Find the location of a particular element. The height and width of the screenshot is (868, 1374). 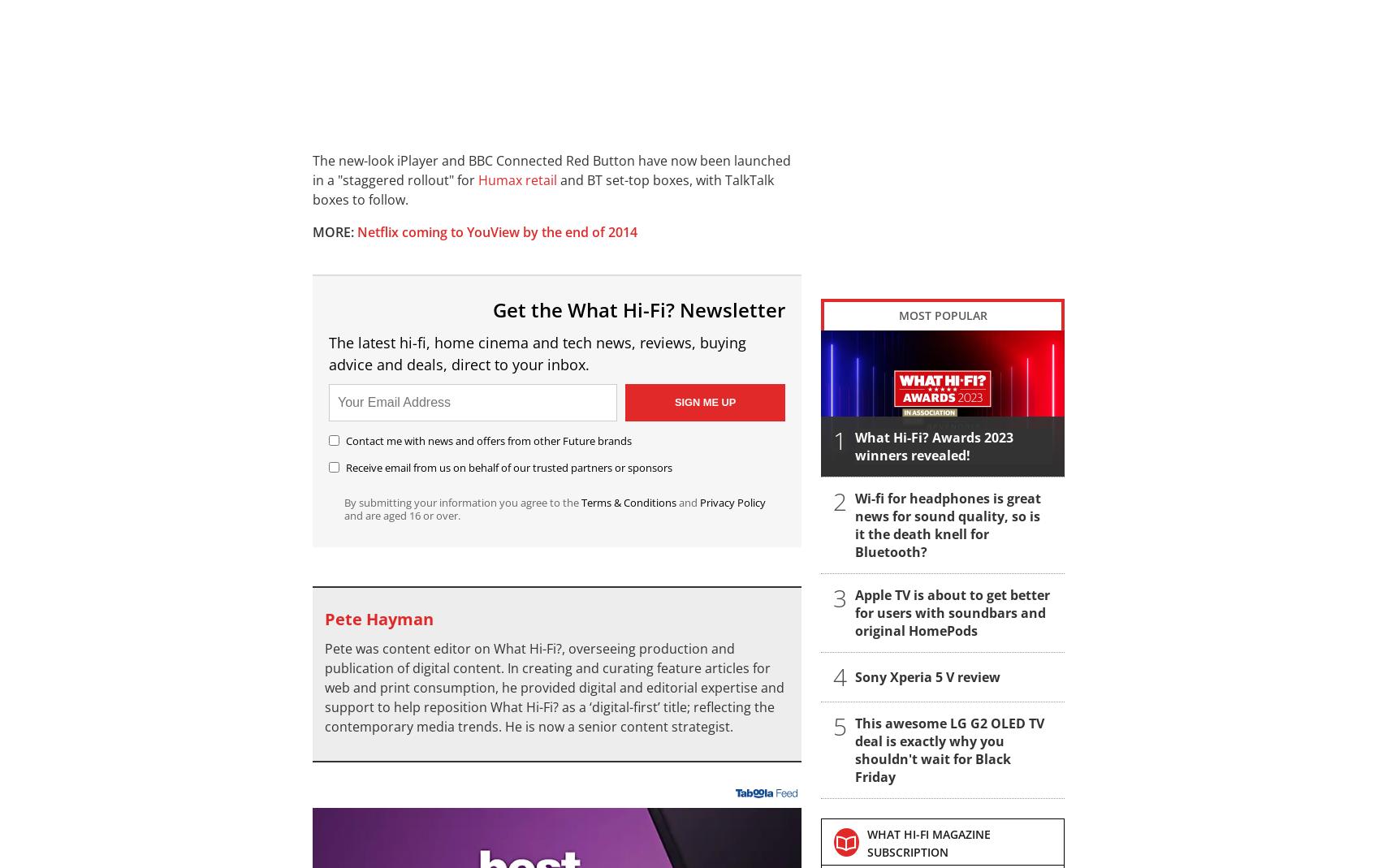

'Pete was content editor on' is located at coordinates (409, 648).